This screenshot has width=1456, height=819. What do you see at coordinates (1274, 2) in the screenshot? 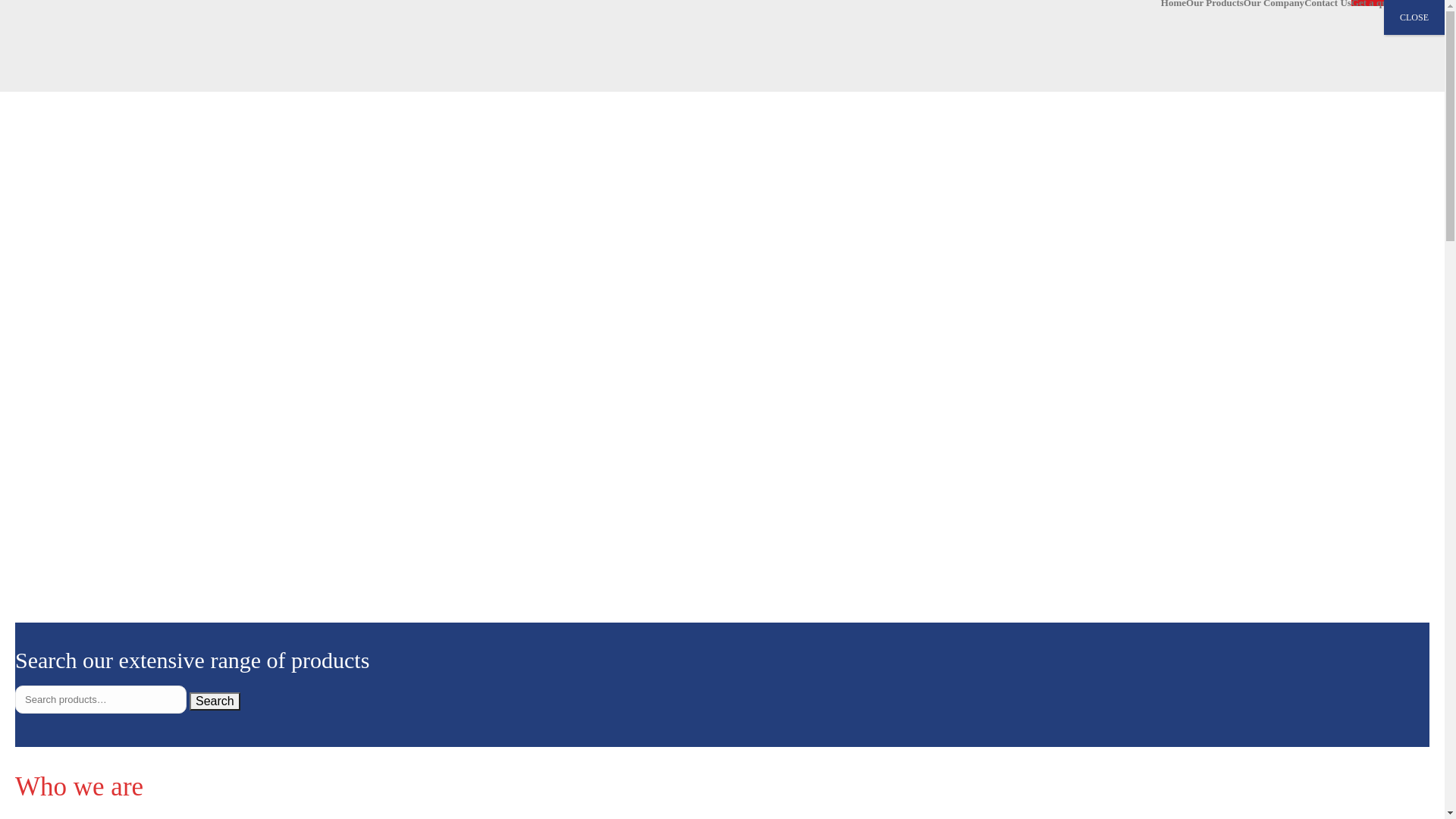
I see `'Our Company'` at bounding box center [1274, 2].